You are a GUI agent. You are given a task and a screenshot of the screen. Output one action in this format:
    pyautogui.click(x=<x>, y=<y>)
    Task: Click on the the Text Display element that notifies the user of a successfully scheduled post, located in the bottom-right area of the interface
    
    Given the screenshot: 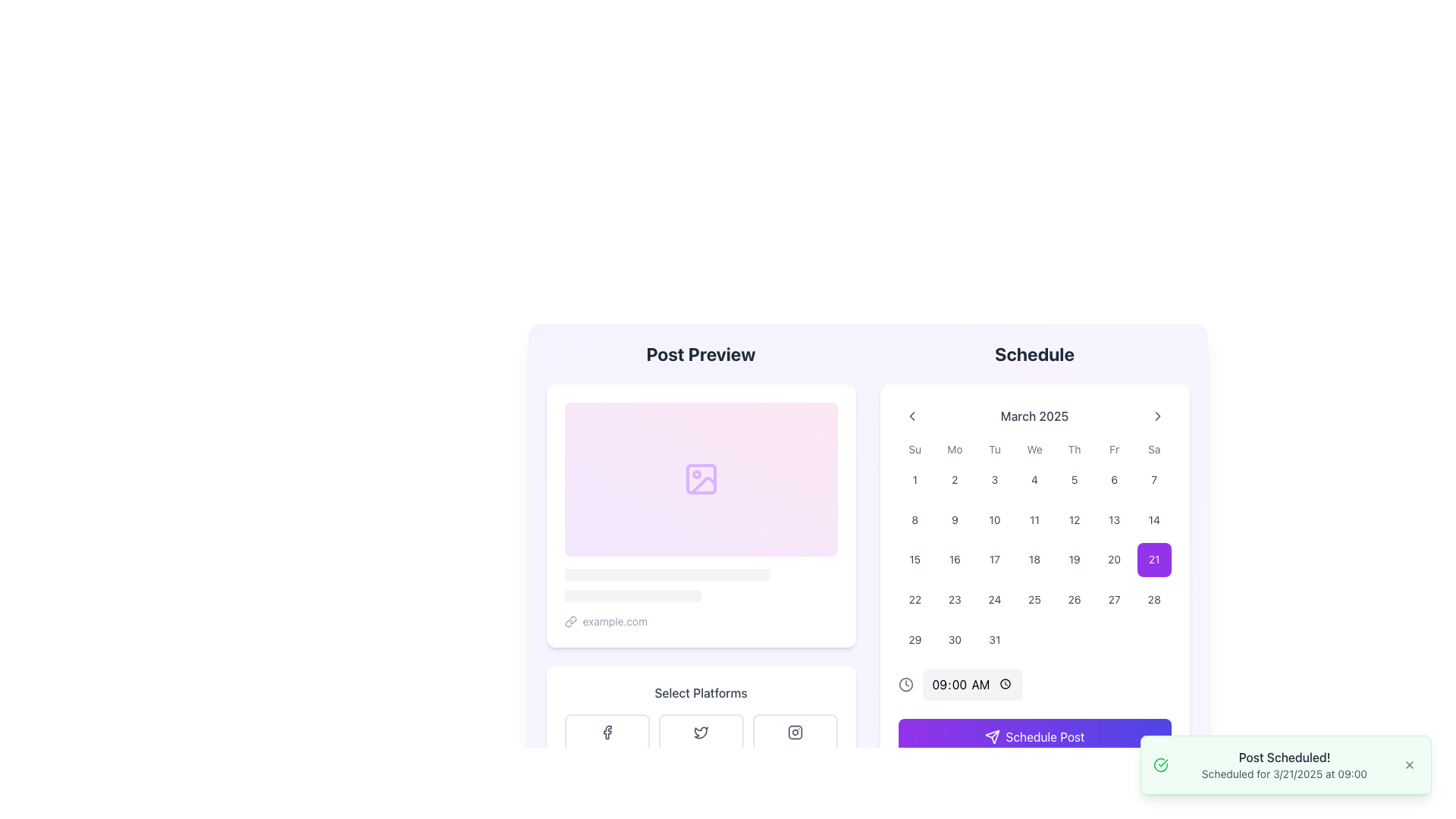 What is the action you would take?
    pyautogui.click(x=1284, y=765)
    